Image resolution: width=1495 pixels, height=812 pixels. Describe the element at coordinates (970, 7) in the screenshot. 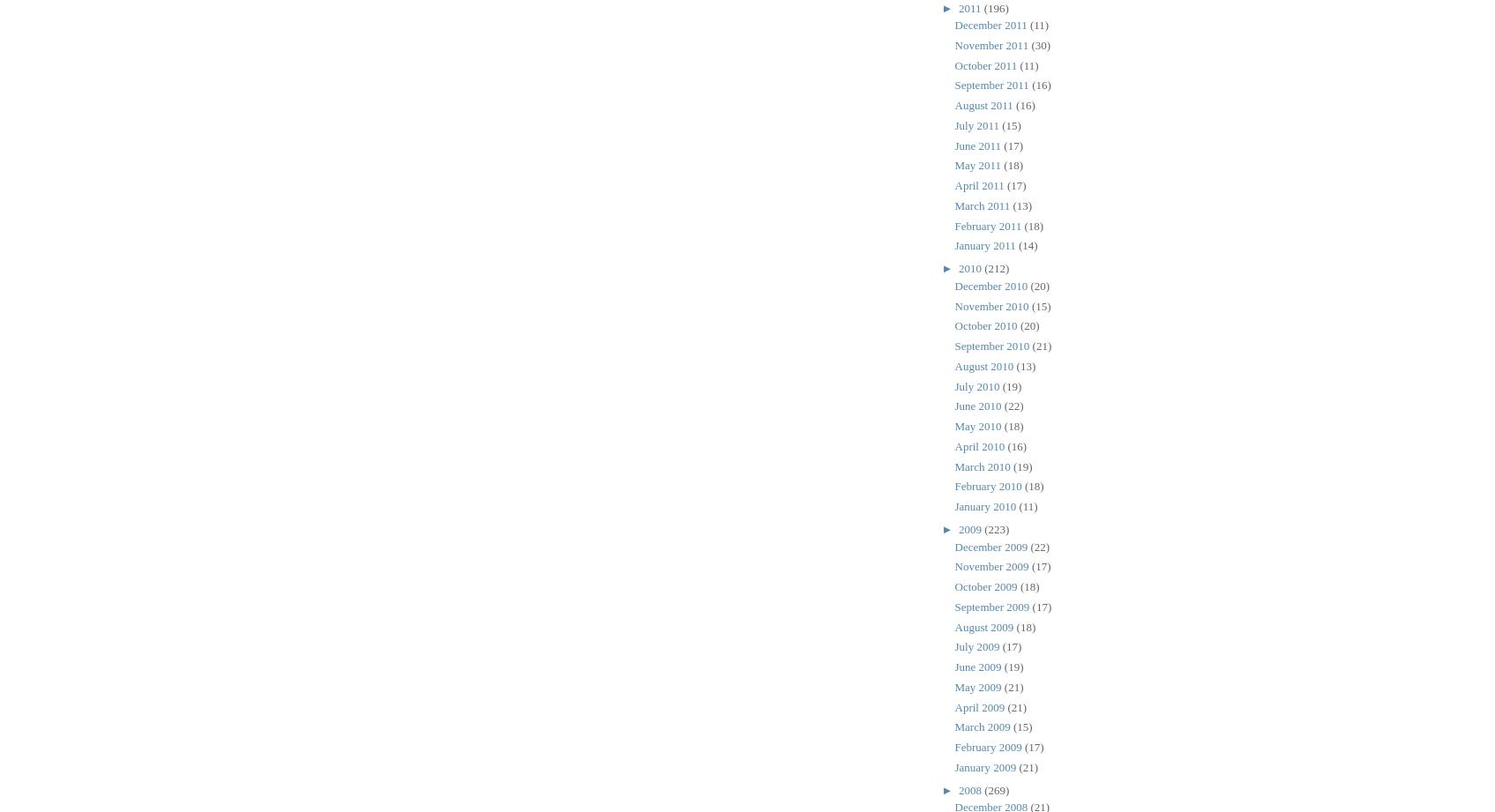

I see `'2011'` at that location.